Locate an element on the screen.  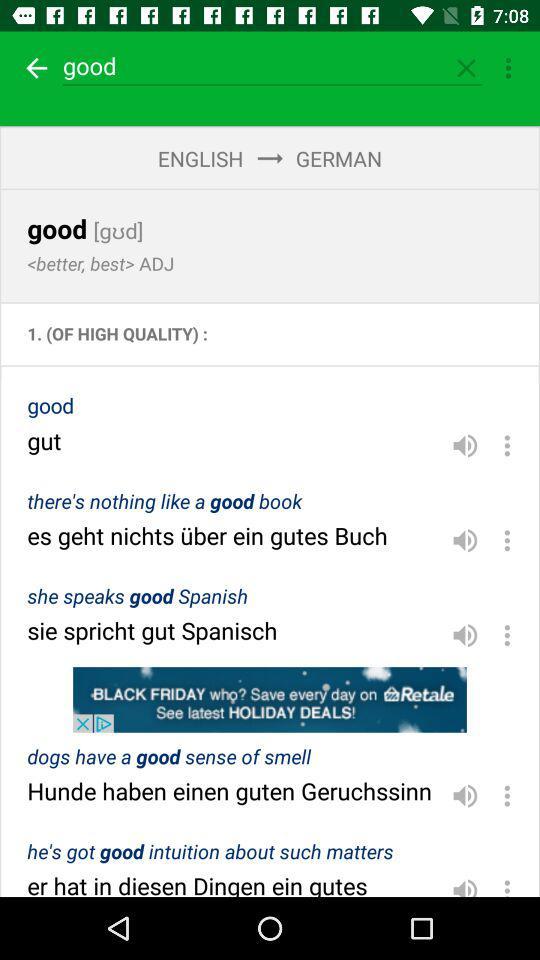
go back is located at coordinates (33, 68).